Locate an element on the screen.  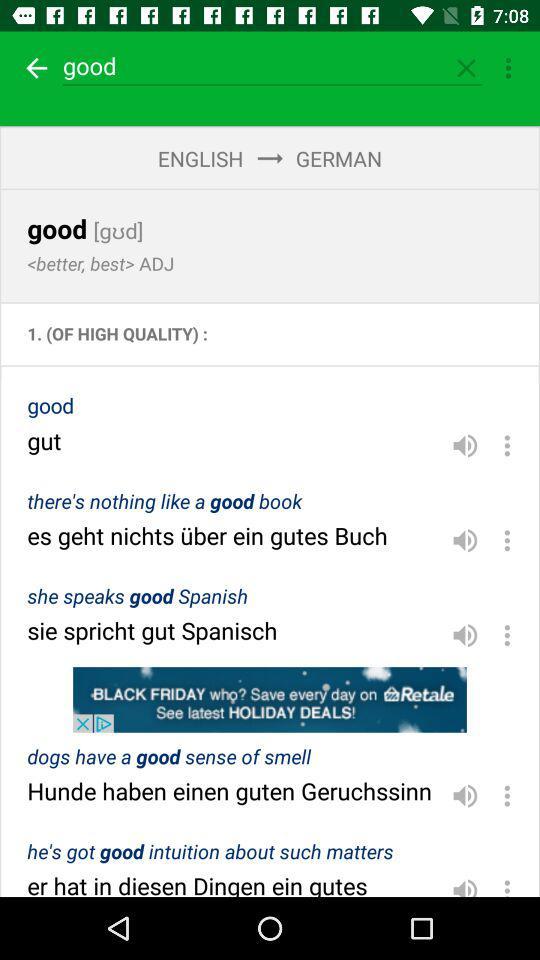
go back is located at coordinates (33, 68).